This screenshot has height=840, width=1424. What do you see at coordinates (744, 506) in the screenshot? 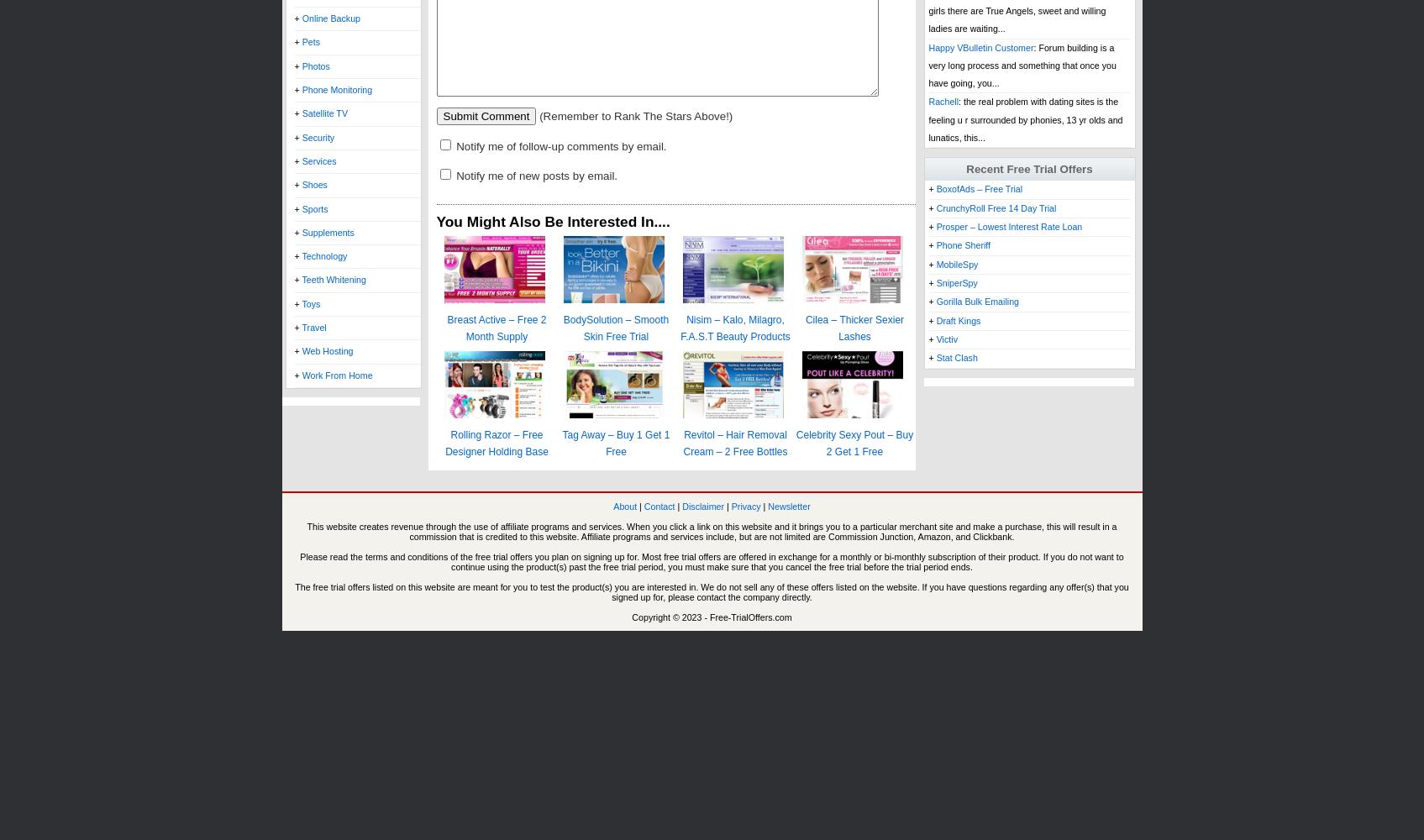
I see `'Privacy'` at bounding box center [744, 506].